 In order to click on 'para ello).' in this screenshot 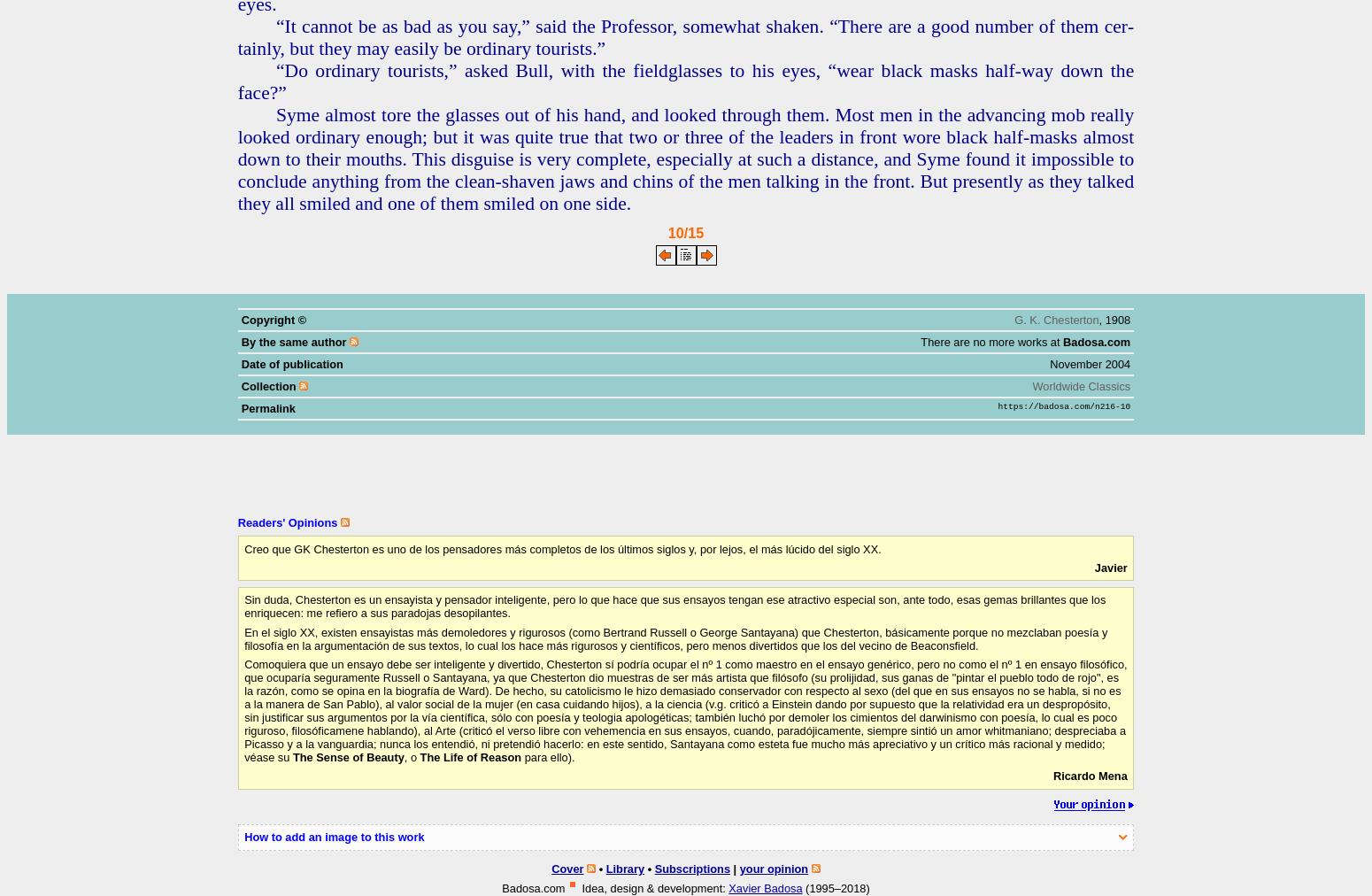, I will do `click(548, 755)`.